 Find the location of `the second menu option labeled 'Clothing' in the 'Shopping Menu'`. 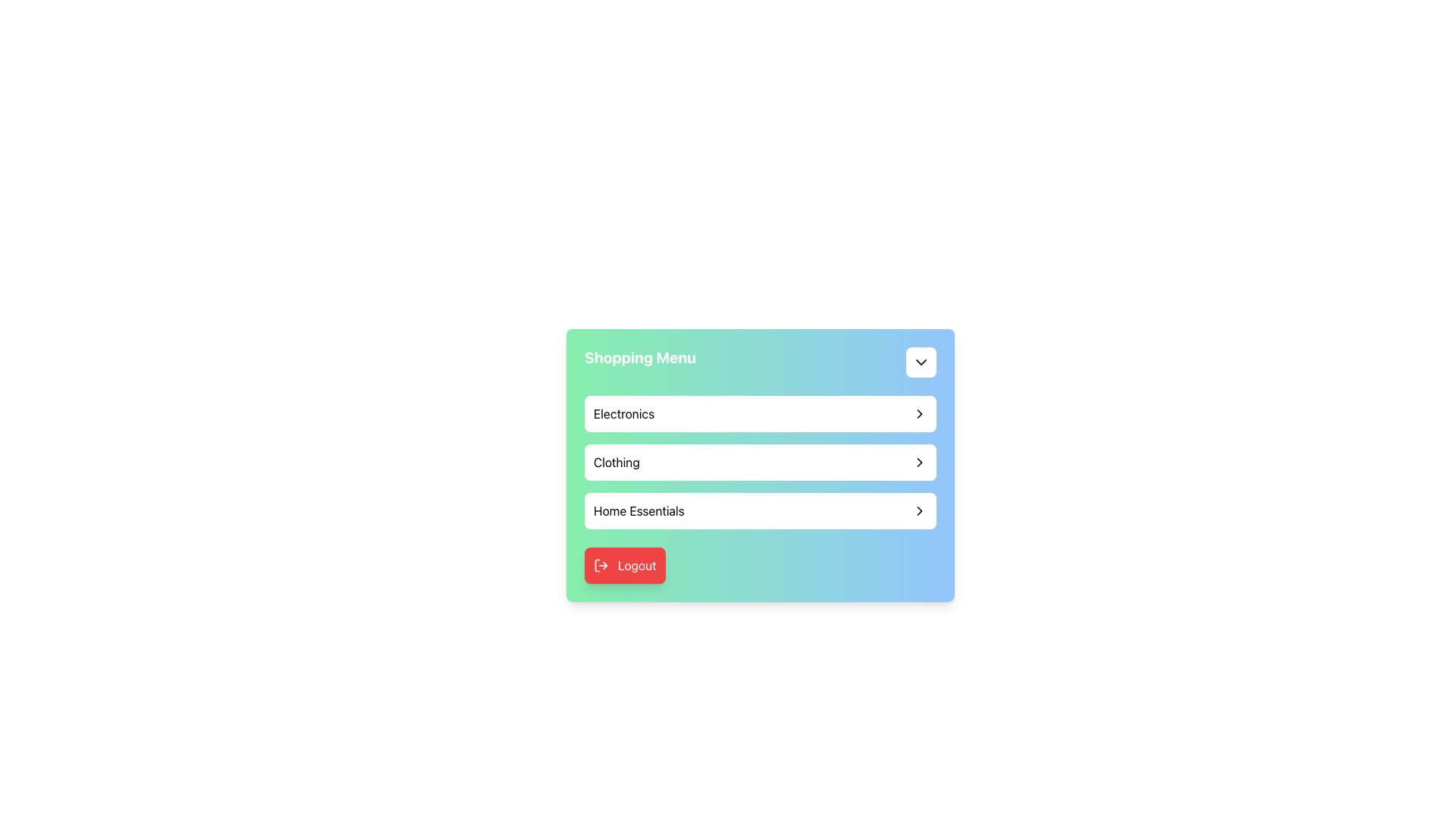

the second menu option labeled 'Clothing' in the 'Shopping Menu' is located at coordinates (761, 464).